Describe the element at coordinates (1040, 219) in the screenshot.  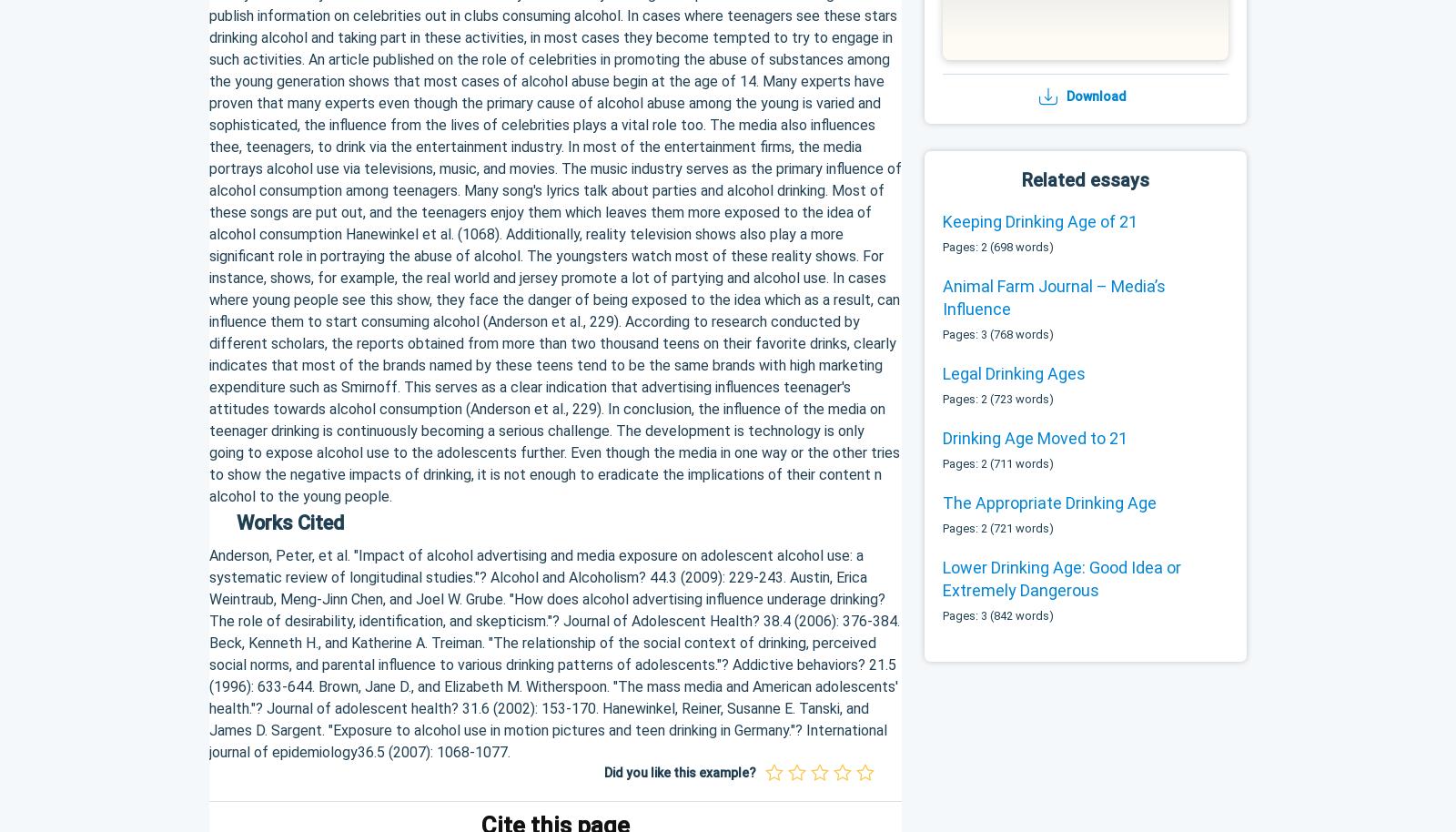
I see `'Keeping Drinking Age of 21'` at that location.